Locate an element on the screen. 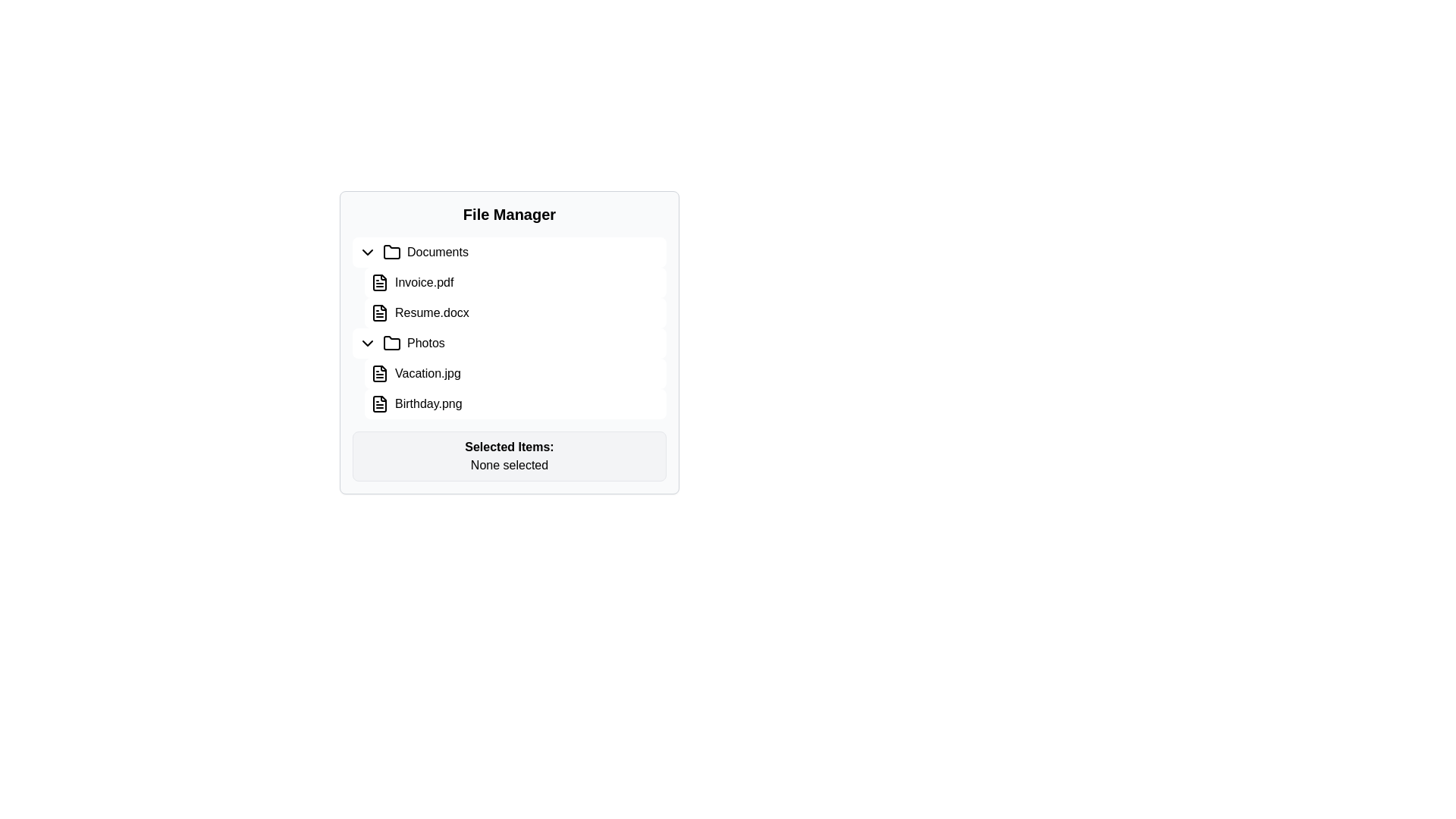  the folder icon representing the 'Photos' section, located to the left of the 'Photos' text label is located at coordinates (392, 343).